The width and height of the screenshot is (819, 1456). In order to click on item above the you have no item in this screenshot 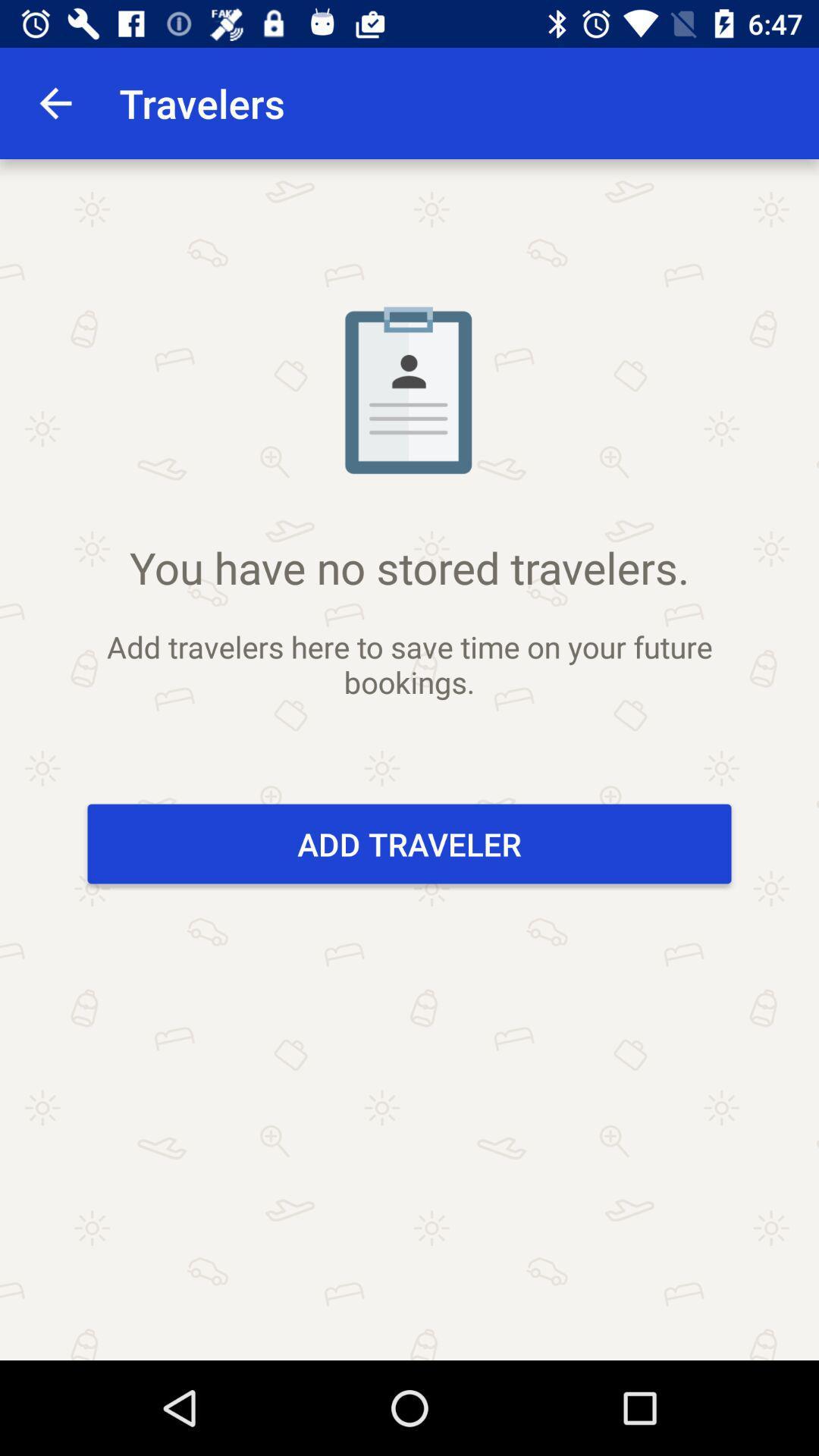, I will do `click(55, 102)`.